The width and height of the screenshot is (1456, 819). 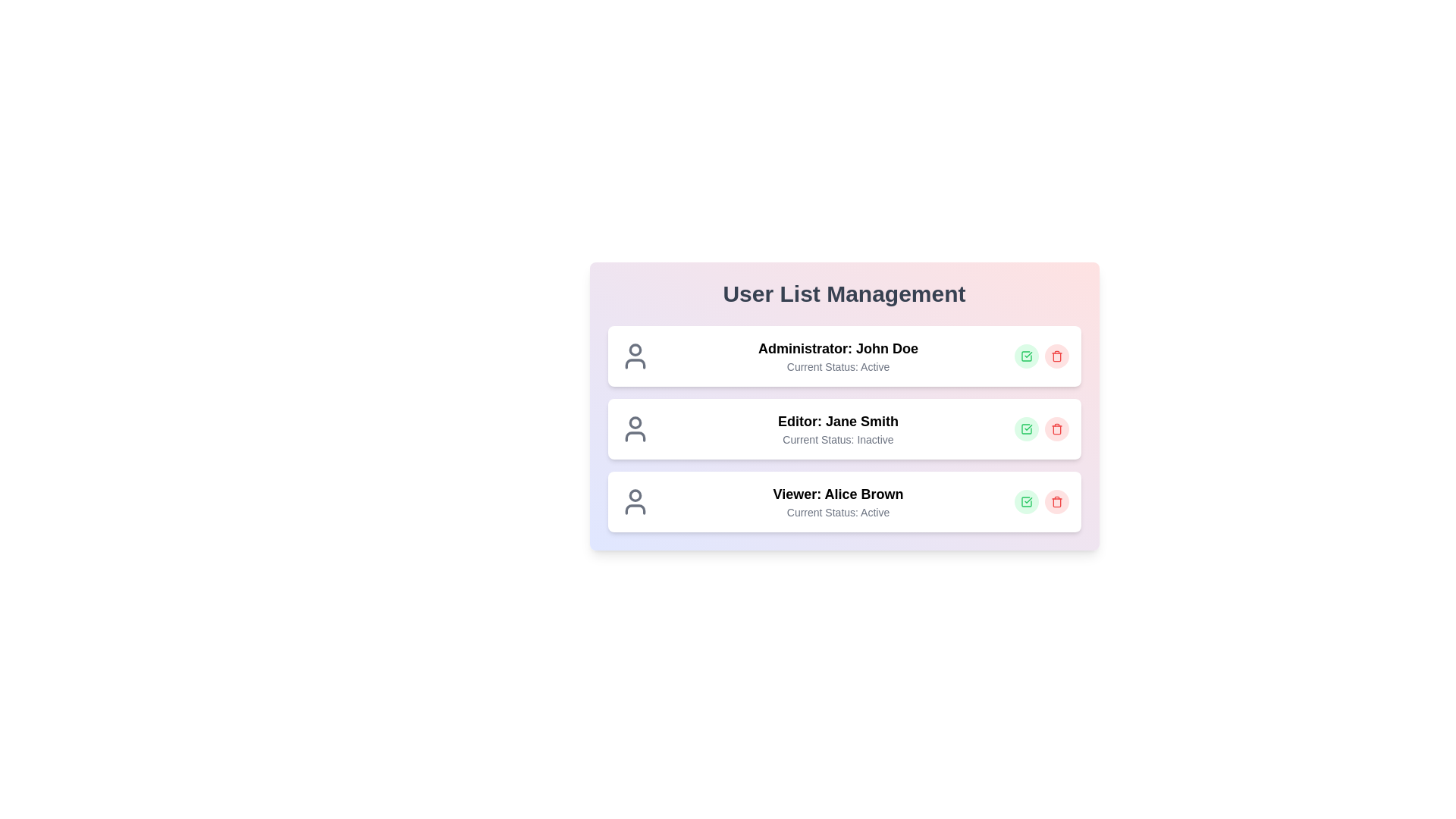 What do you see at coordinates (635, 429) in the screenshot?
I see `the User Profile Icon representing 'Jane Smith', which indicates the Editor role, located at the top-left corner of the user entry` at bounding box center [635, 429].